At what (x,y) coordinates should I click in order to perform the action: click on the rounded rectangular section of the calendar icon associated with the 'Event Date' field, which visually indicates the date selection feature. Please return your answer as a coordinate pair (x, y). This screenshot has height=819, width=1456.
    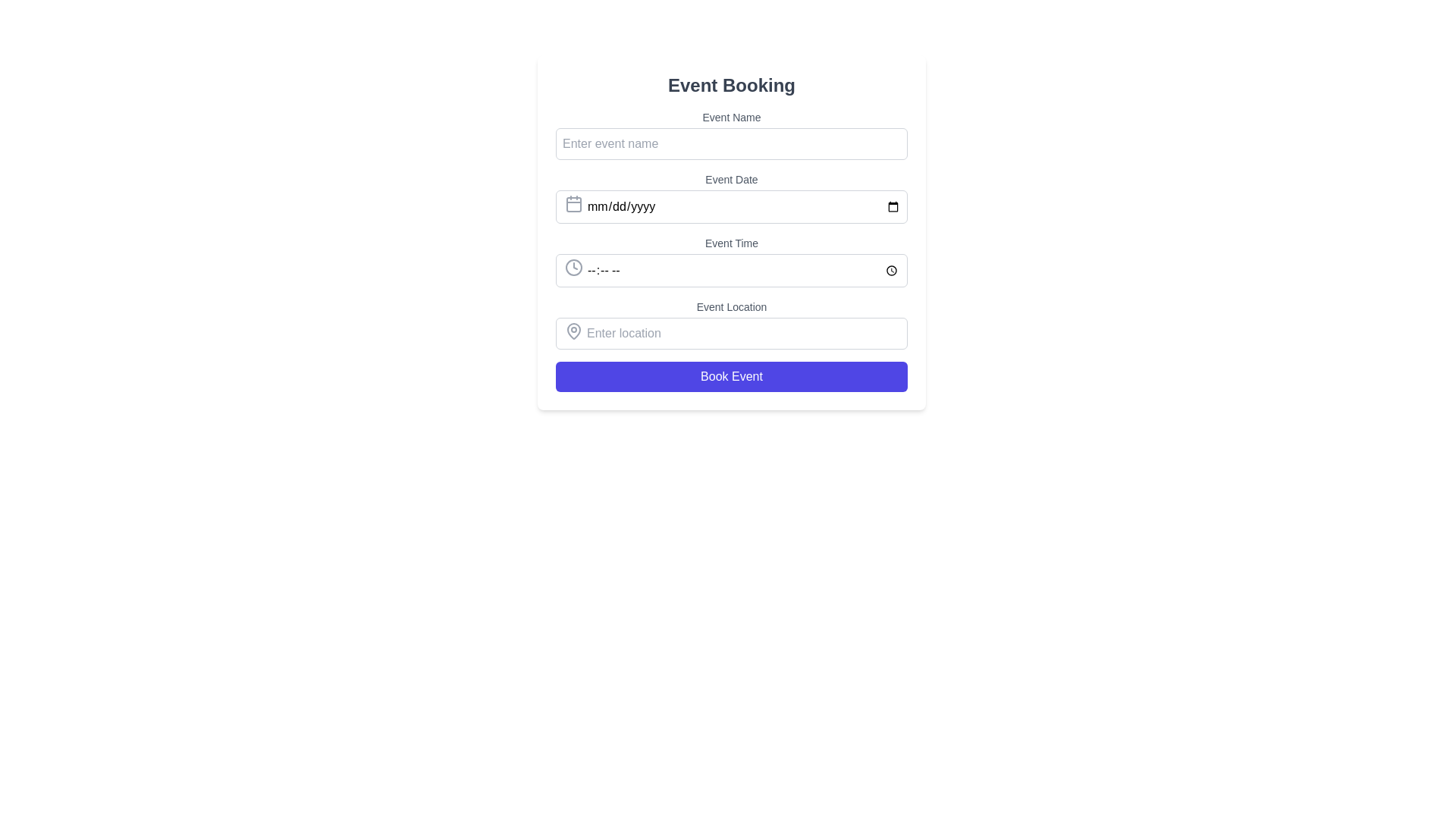
    Looking at the image, I should click on (573, 205).